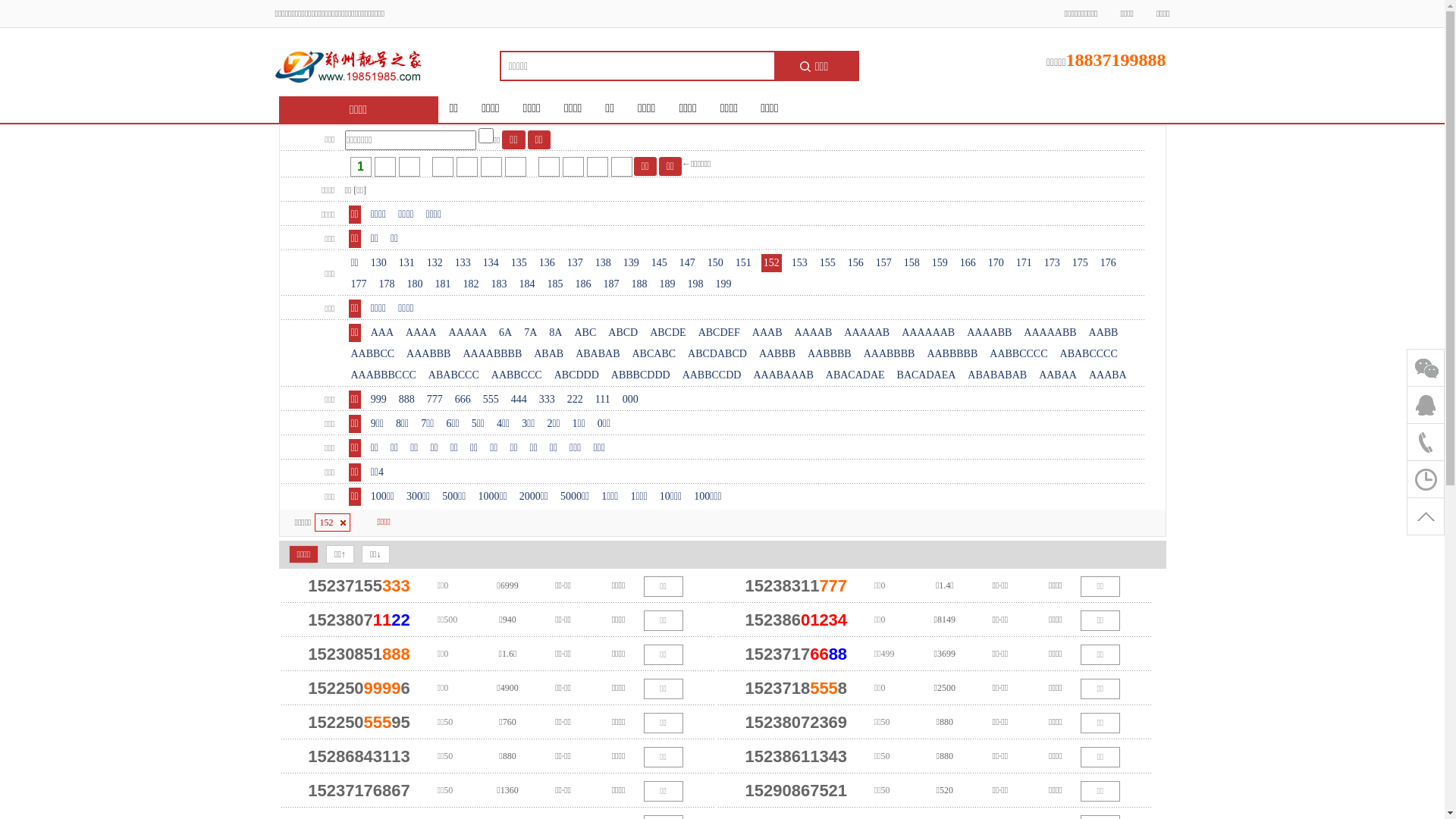 The height and width of the screenshot is (819, 1456). I want to click on 'ABCDDD', so click(576, 375).